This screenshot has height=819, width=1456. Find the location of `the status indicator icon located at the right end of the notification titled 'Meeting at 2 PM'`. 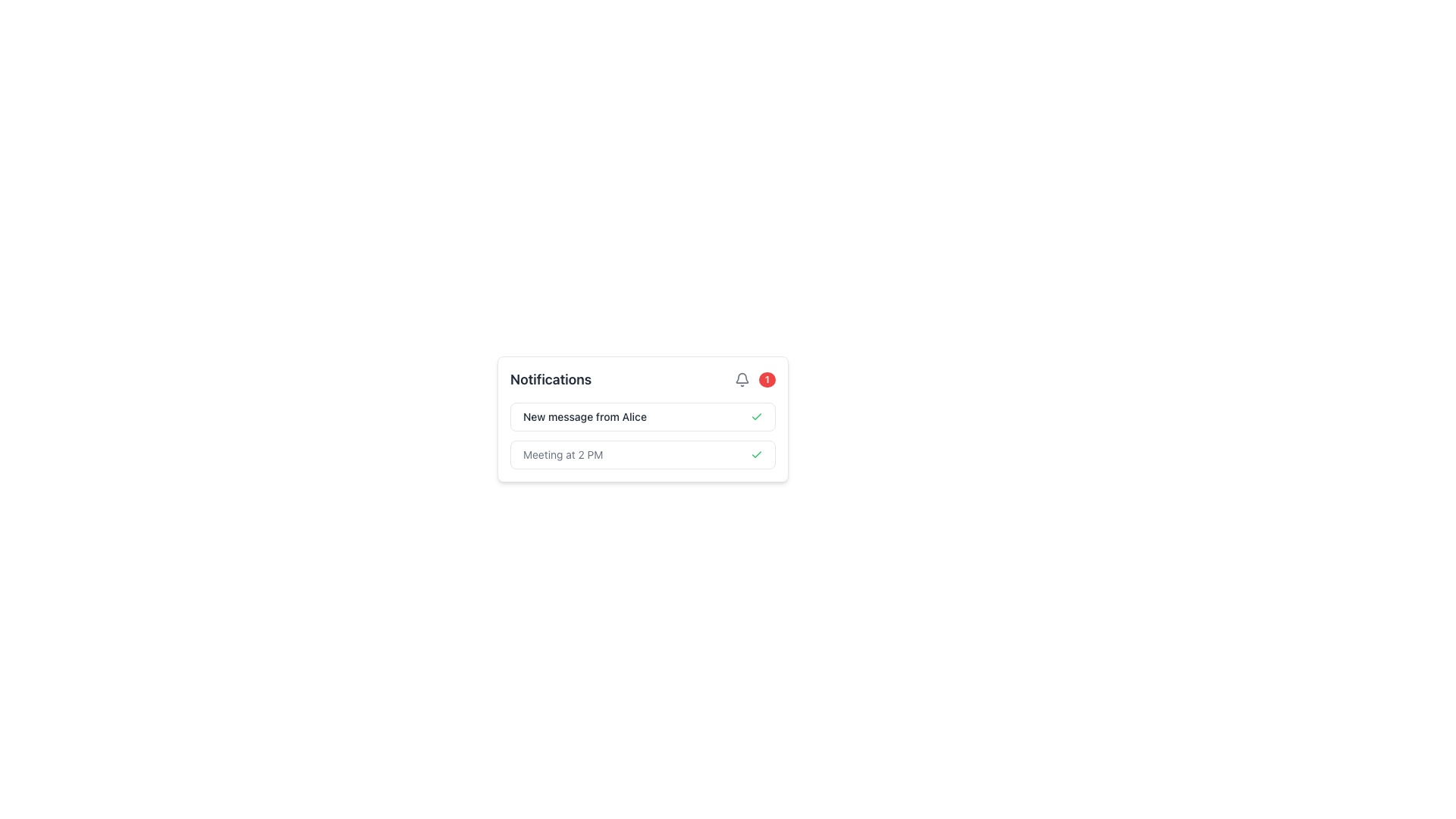

the status indicator icon located at the right end of the notification titled 'Meeting at 2 PM' is located at coordinates (757, 454).